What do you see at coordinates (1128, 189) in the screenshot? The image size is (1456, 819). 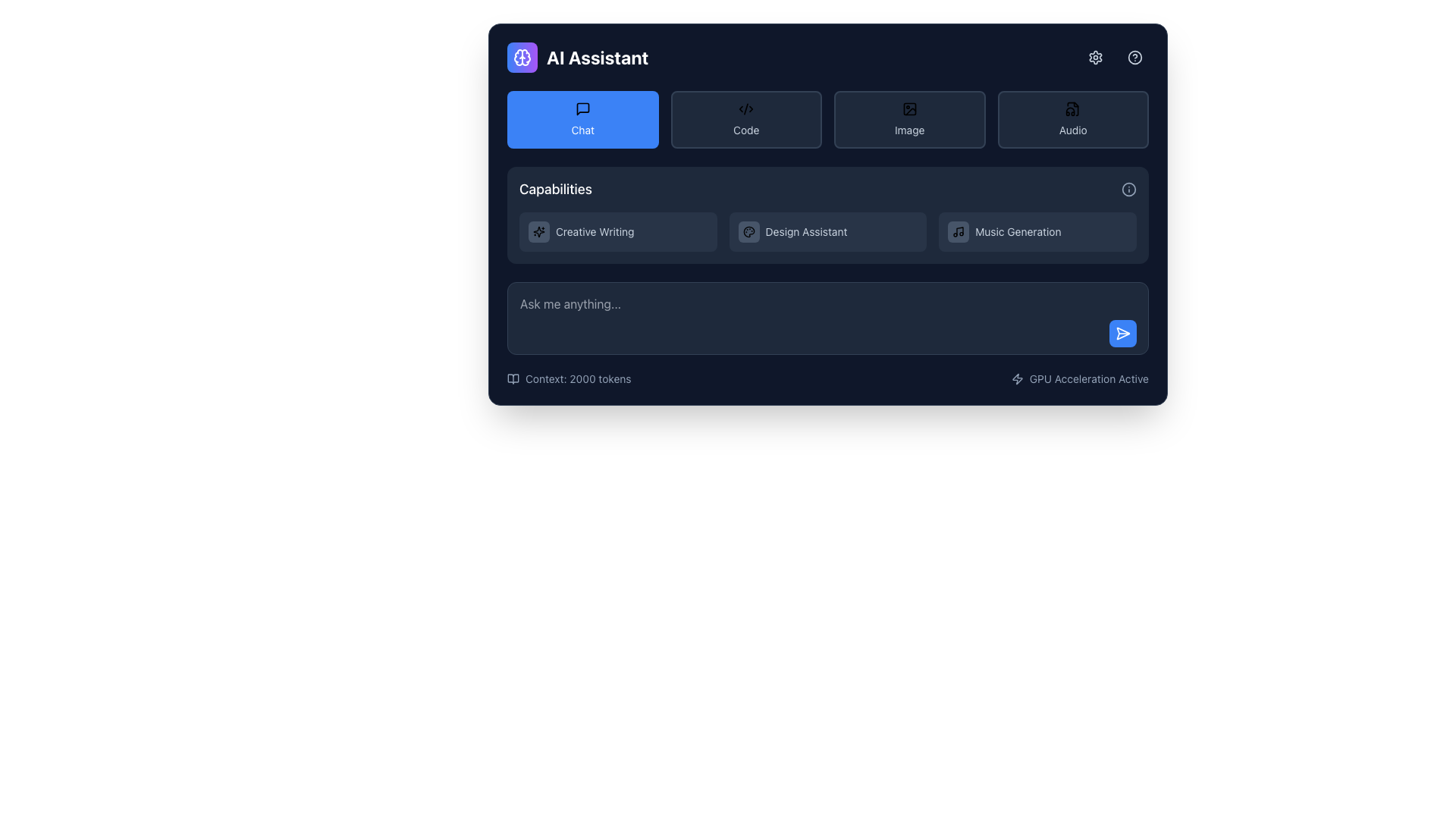 I see `the circular SVG icon resembling an information or help symbol located in the top-right corner of the interface, just to the left of the settings button` at bounding box center [1128, 189].